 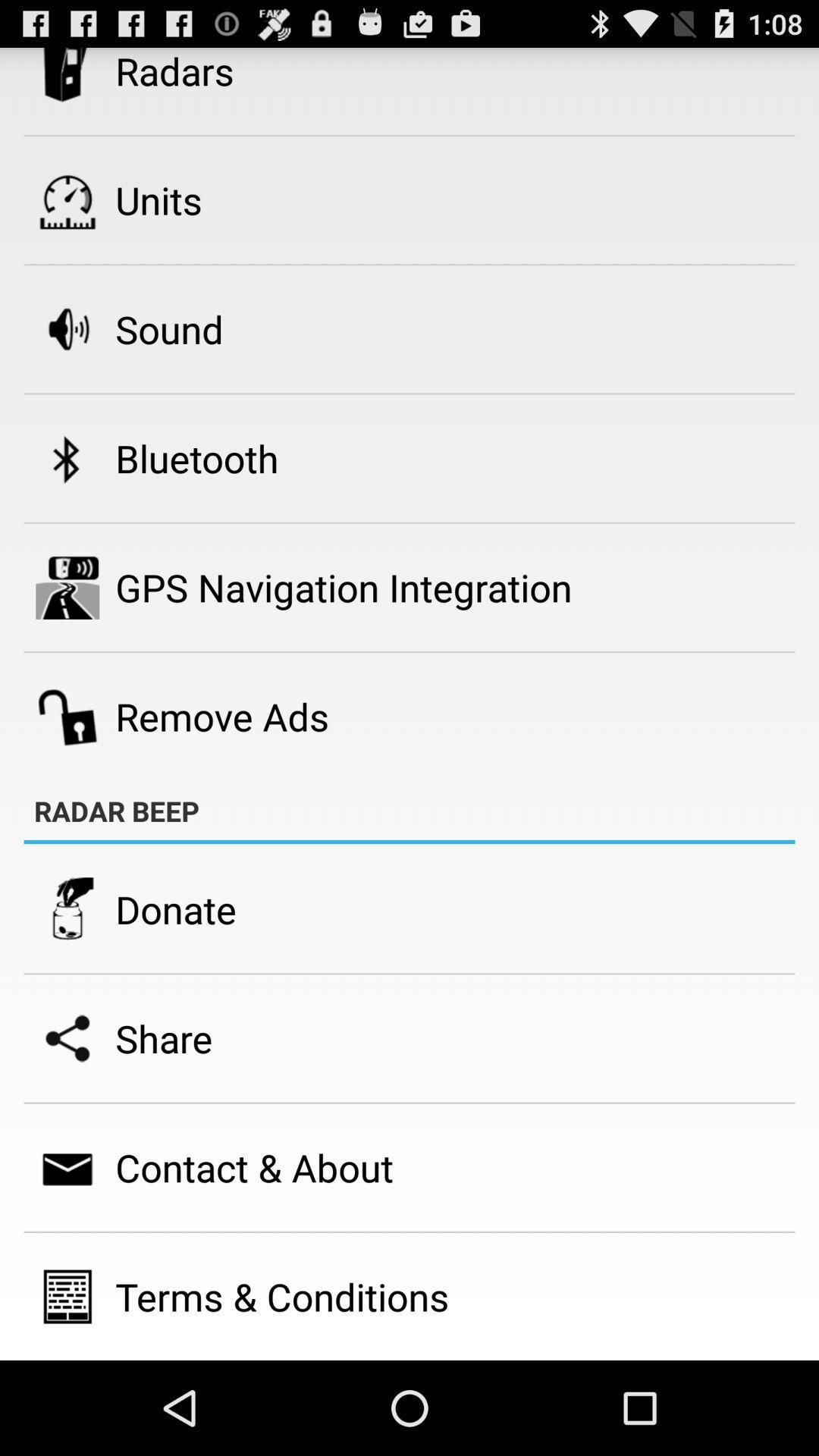 I want to click on the message icon from the bottom of the page, so click(x=66, y=1167).